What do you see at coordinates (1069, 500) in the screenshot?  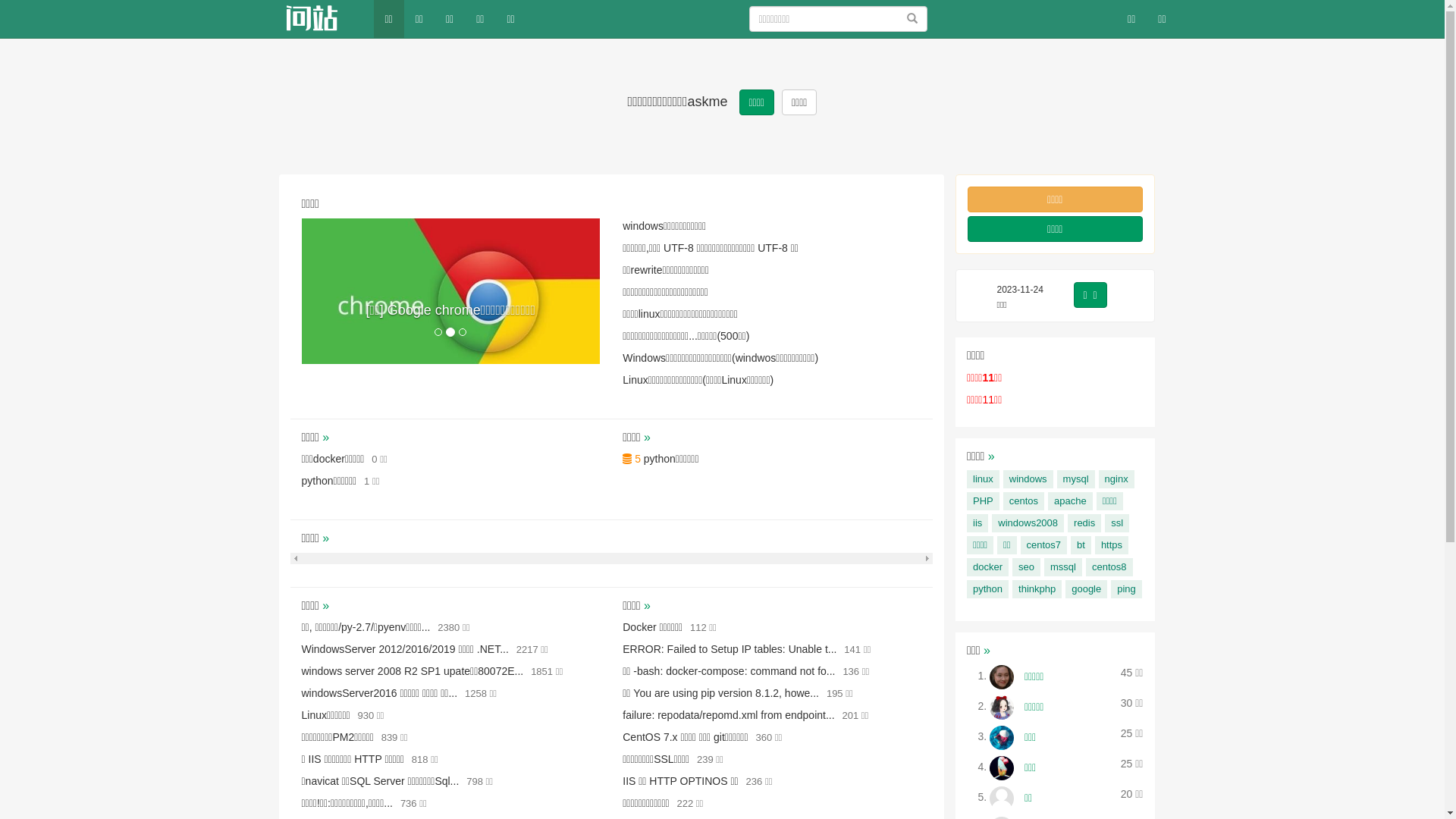 I see `'apache'` at bounding box center [1069, 500].